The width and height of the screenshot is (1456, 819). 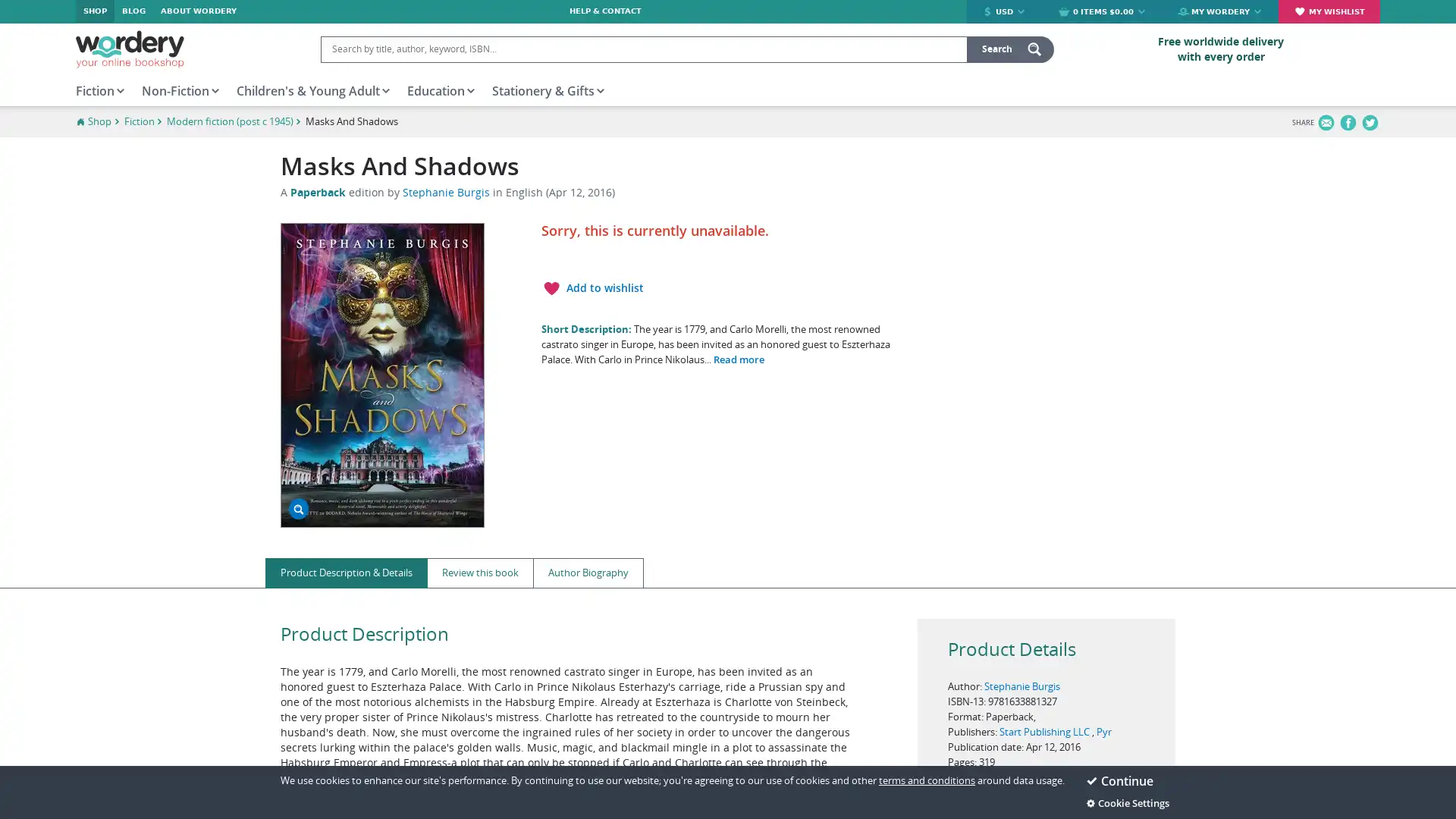 What do you see at coordinates (1010, 48) in the screenshot?
I see `search` at bounding box center [1010, 48].